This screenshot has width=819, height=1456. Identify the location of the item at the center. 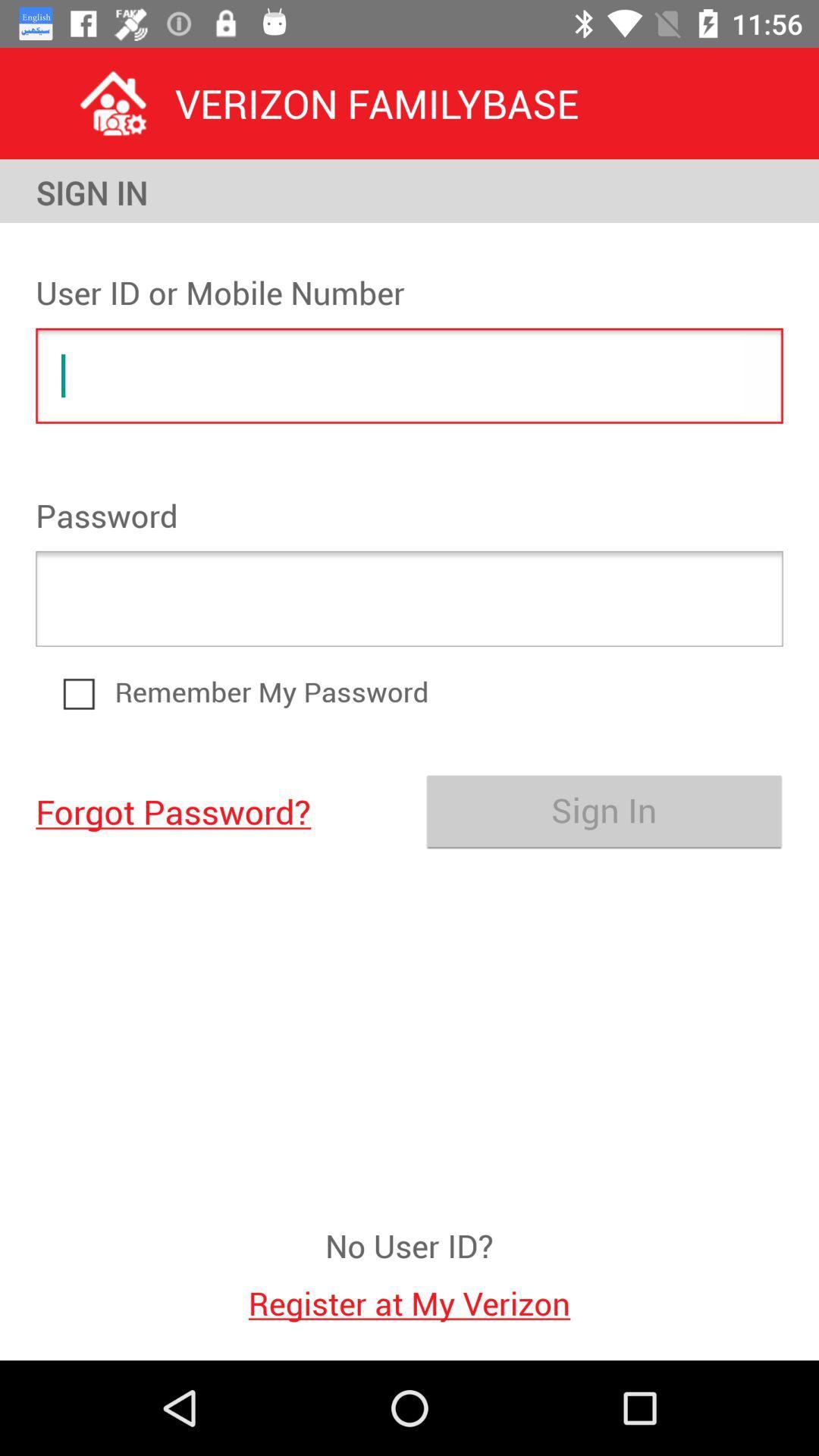
(409, 598).